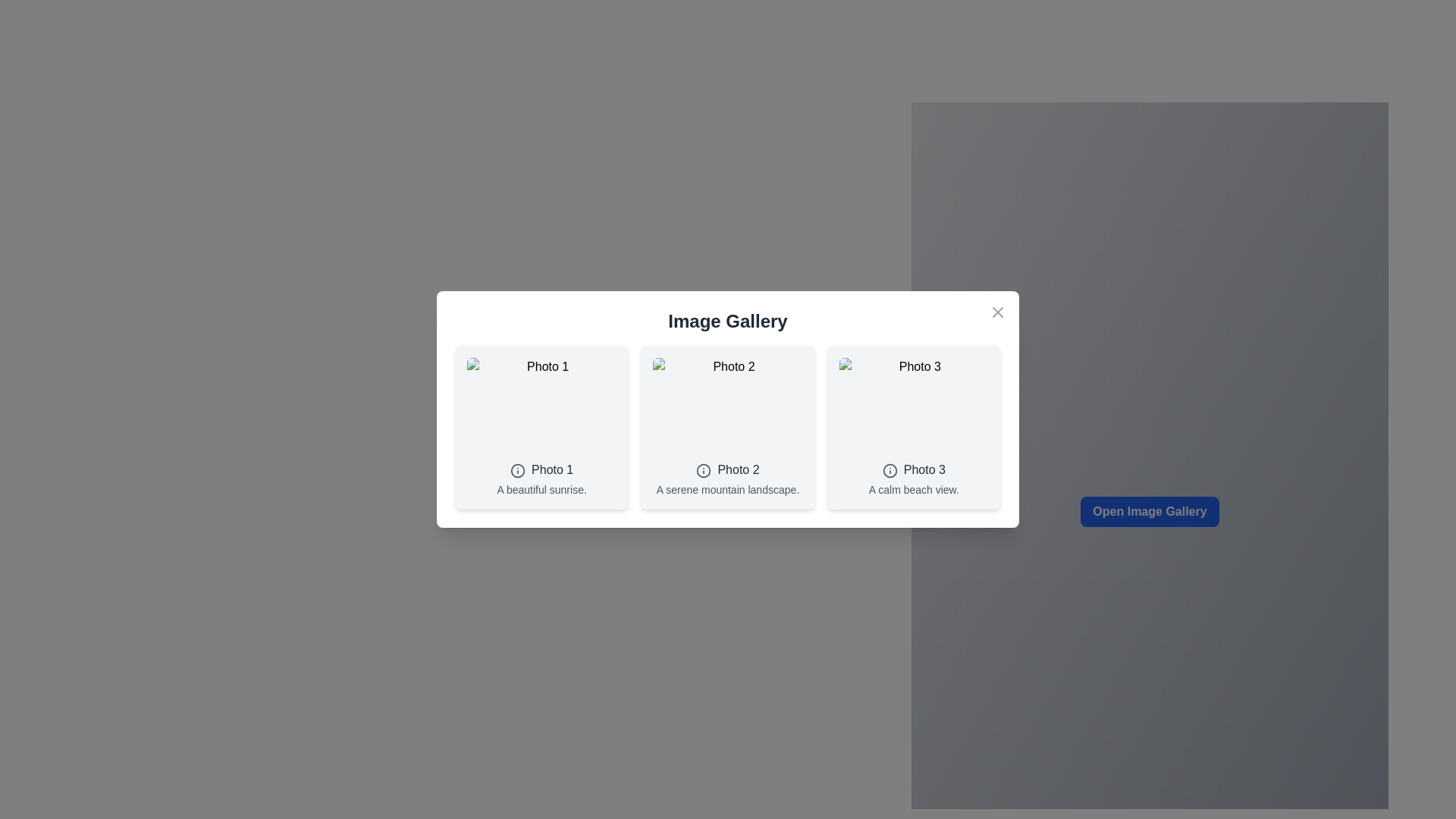  Describe the element at coordinates (518, 469) in the screenshot. I see `the informational icon located below the 'Photo 1' label in the first photo card of the 'Image Gallery' modal, which is represented by the SVG element with the class 'lucide lucide-info'` at that location.